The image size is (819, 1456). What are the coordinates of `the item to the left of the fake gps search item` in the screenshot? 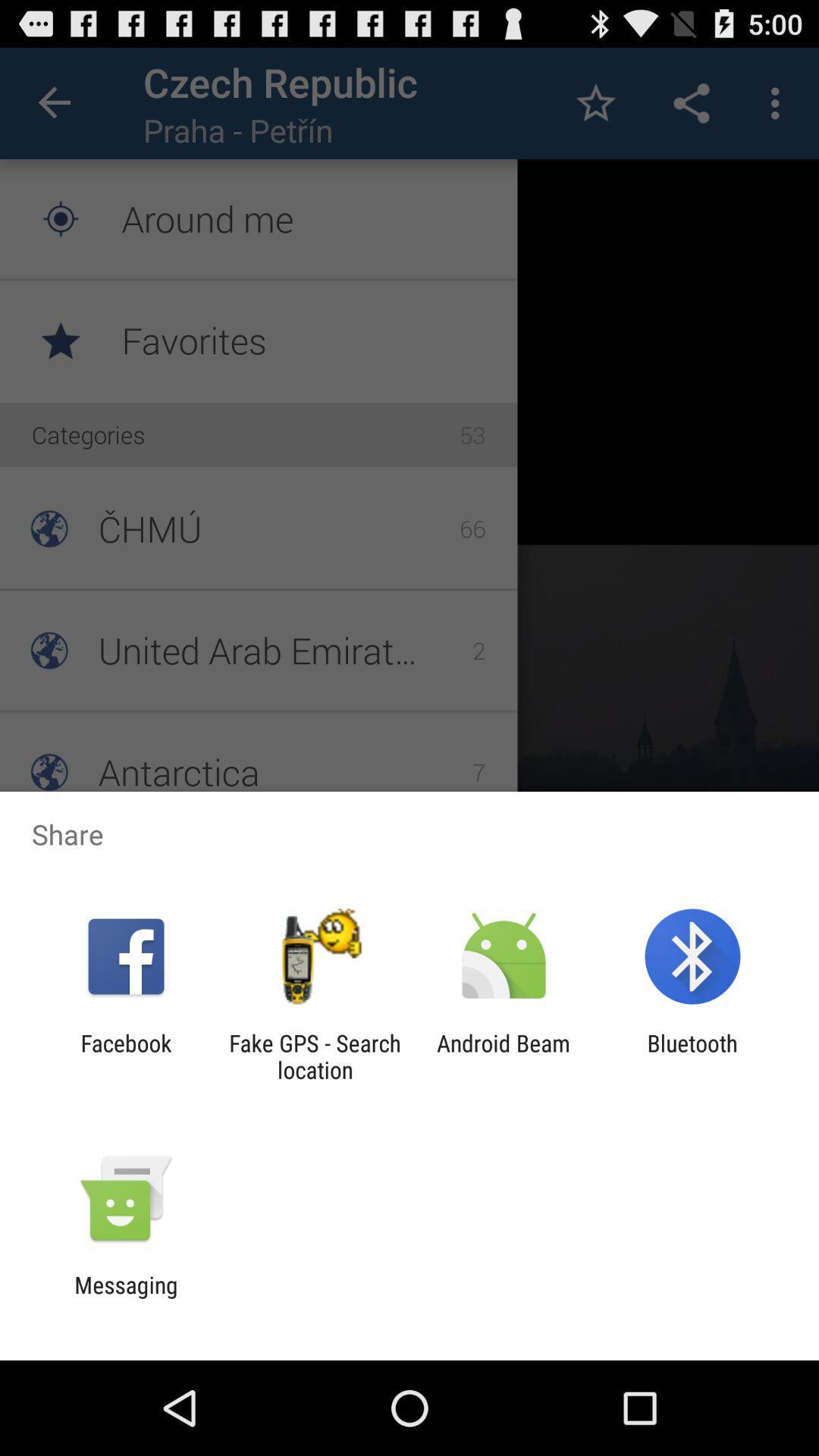 It's located at (125, 1056).